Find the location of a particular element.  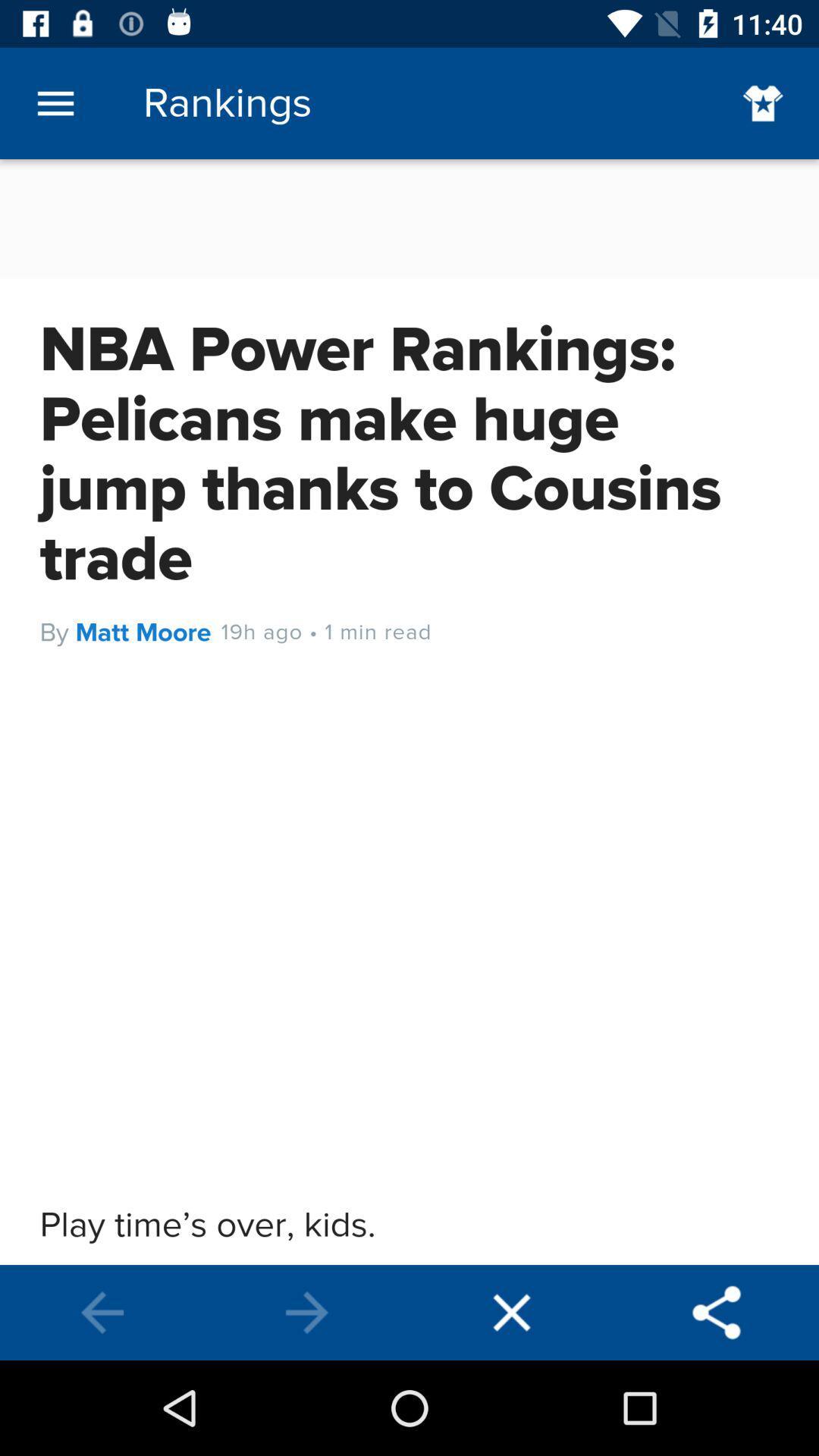

article display is located at coordinates (409, 711).